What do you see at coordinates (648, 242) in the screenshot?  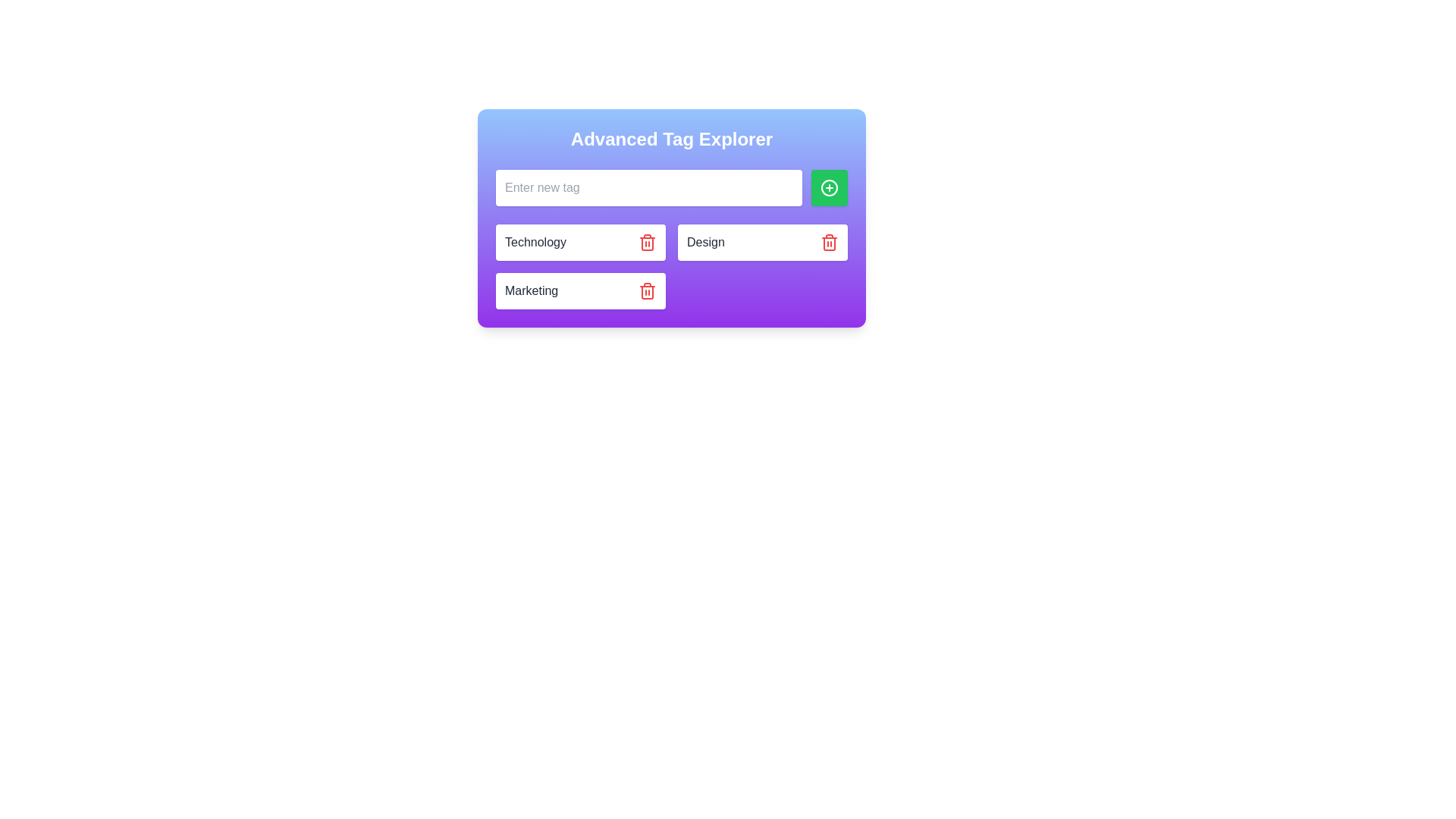 I see `the prominent red-colored trash icon resembling a delete button` at bounding box center [648, 242].